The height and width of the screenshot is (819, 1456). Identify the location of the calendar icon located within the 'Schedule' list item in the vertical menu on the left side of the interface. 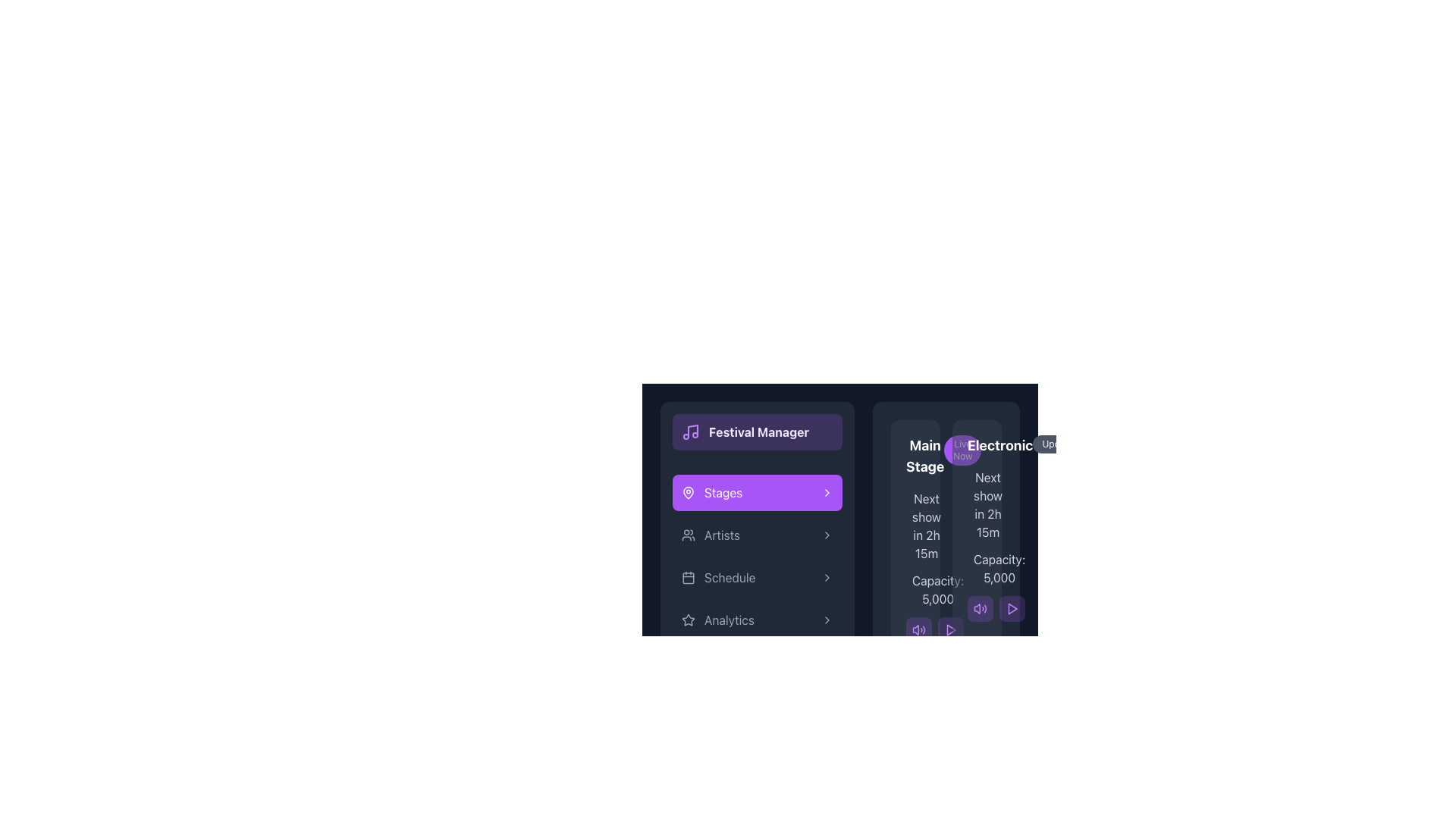
(687, 578).